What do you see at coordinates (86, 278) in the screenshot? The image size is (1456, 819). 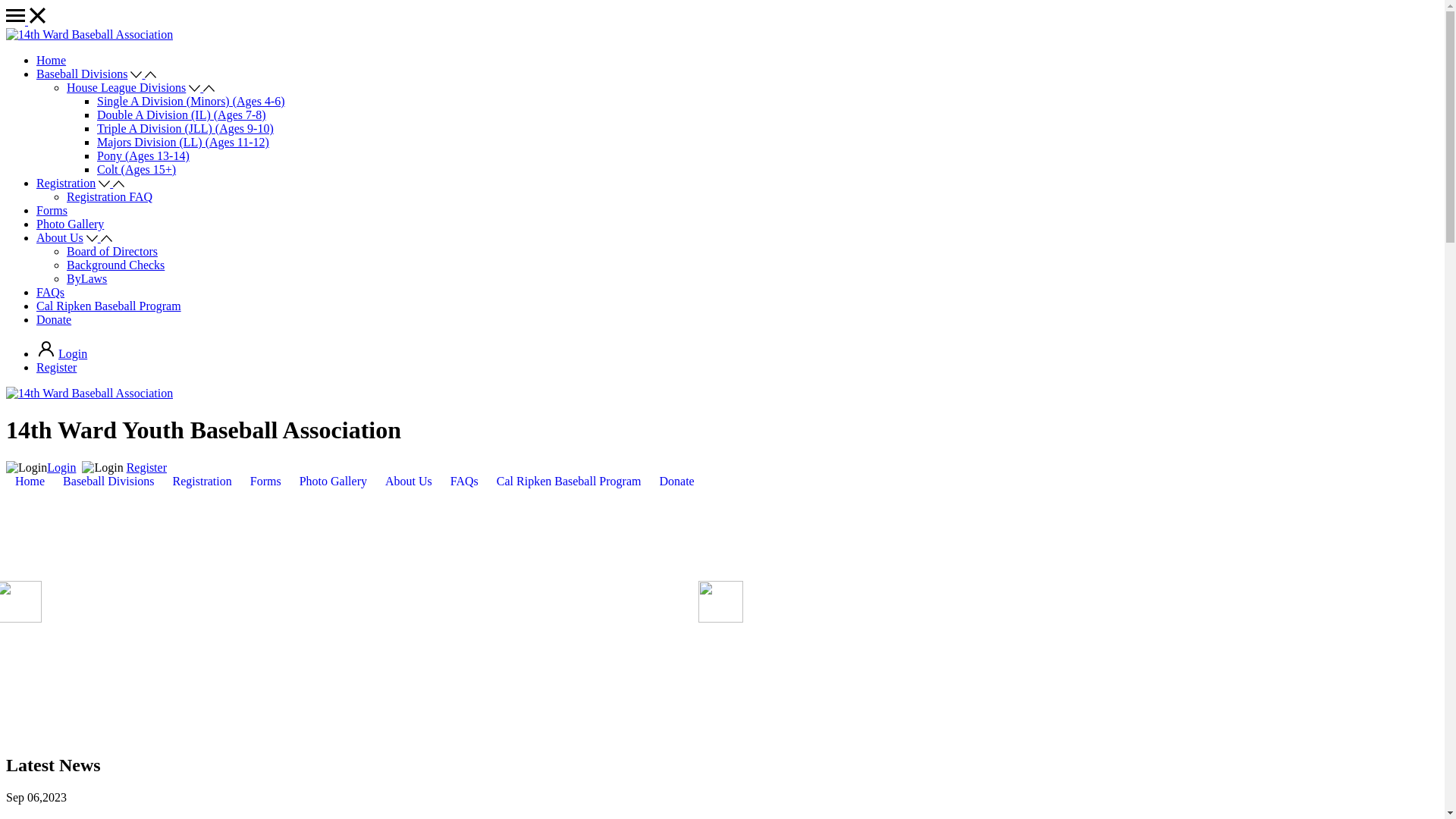 I see `'ByLaws'` at bounding box center [86, 278].